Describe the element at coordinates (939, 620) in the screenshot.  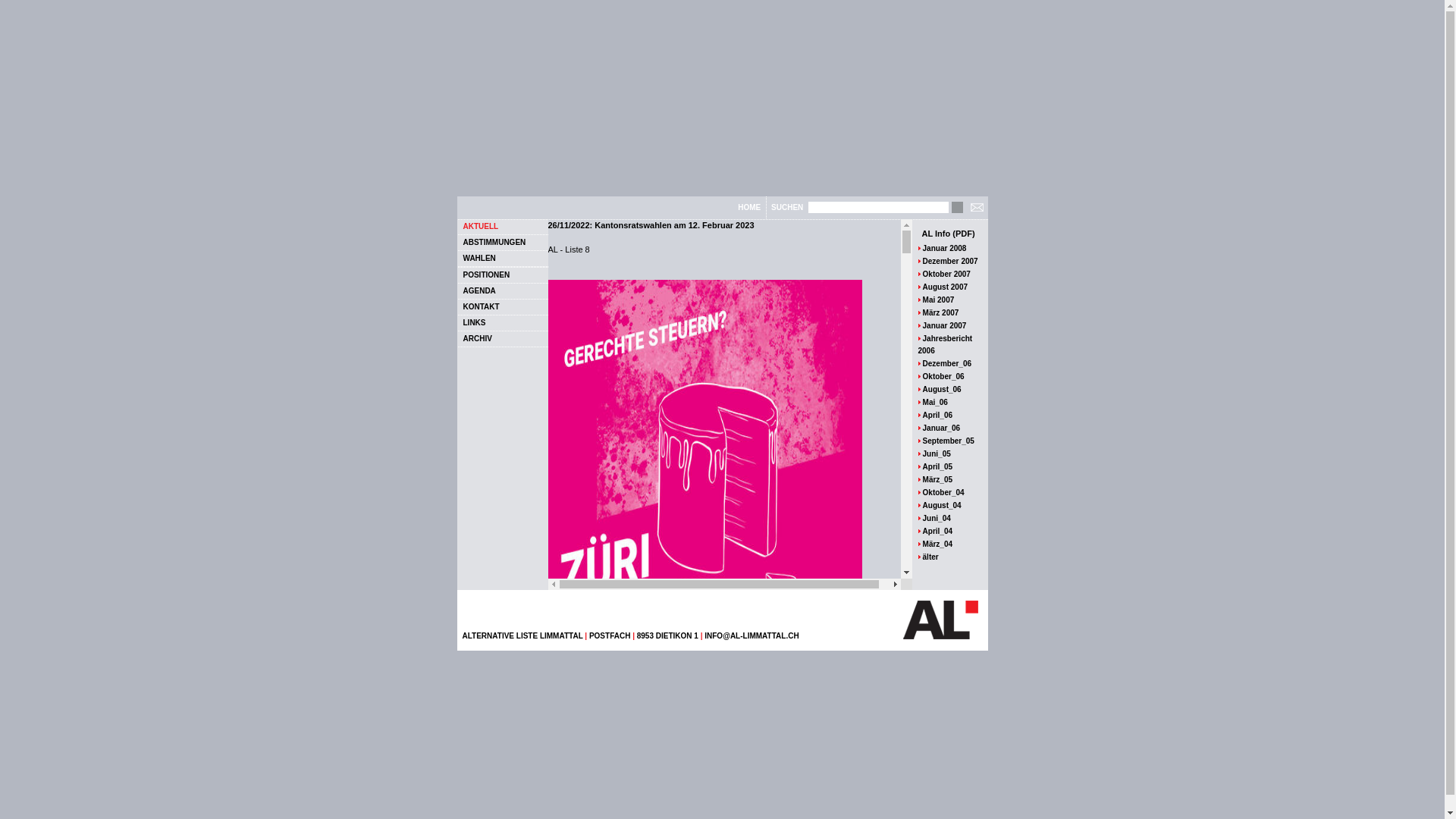
I see `'Alternative Liste'` at that location.